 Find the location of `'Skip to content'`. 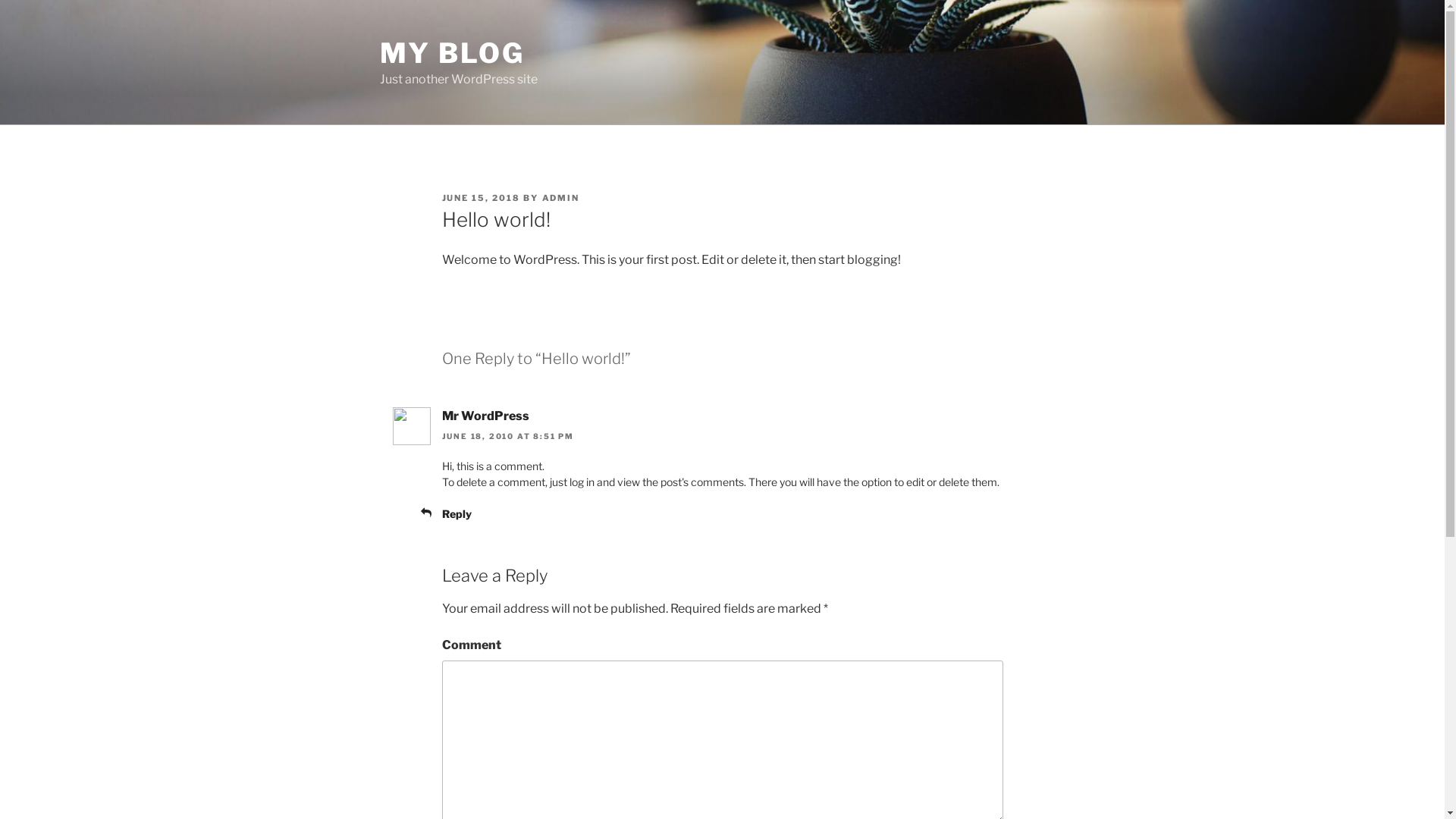

'Skip to content' is located at coordinates (0, 0).